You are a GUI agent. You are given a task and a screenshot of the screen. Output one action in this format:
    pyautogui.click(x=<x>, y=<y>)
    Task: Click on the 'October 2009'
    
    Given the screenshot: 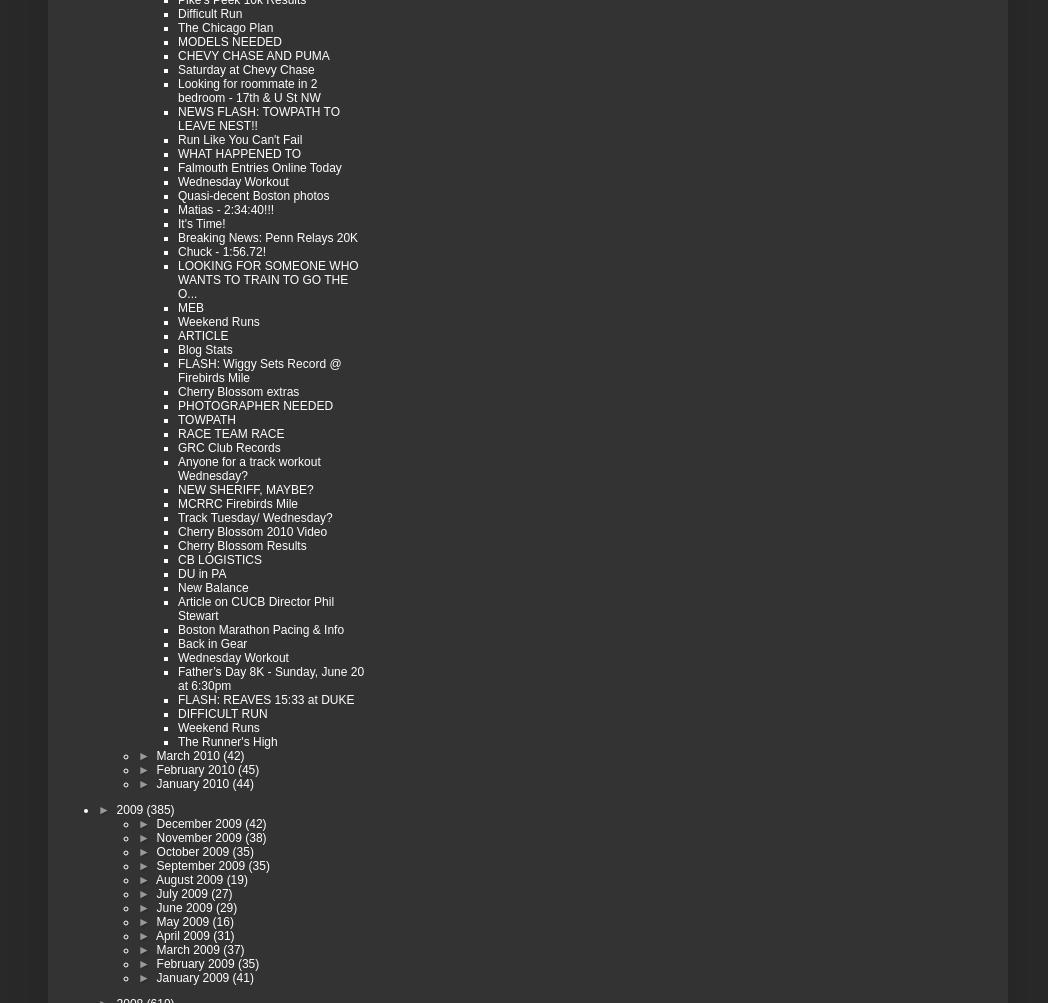 What is the action you would take?
    pyautogui.click(x=192, y=851)
    